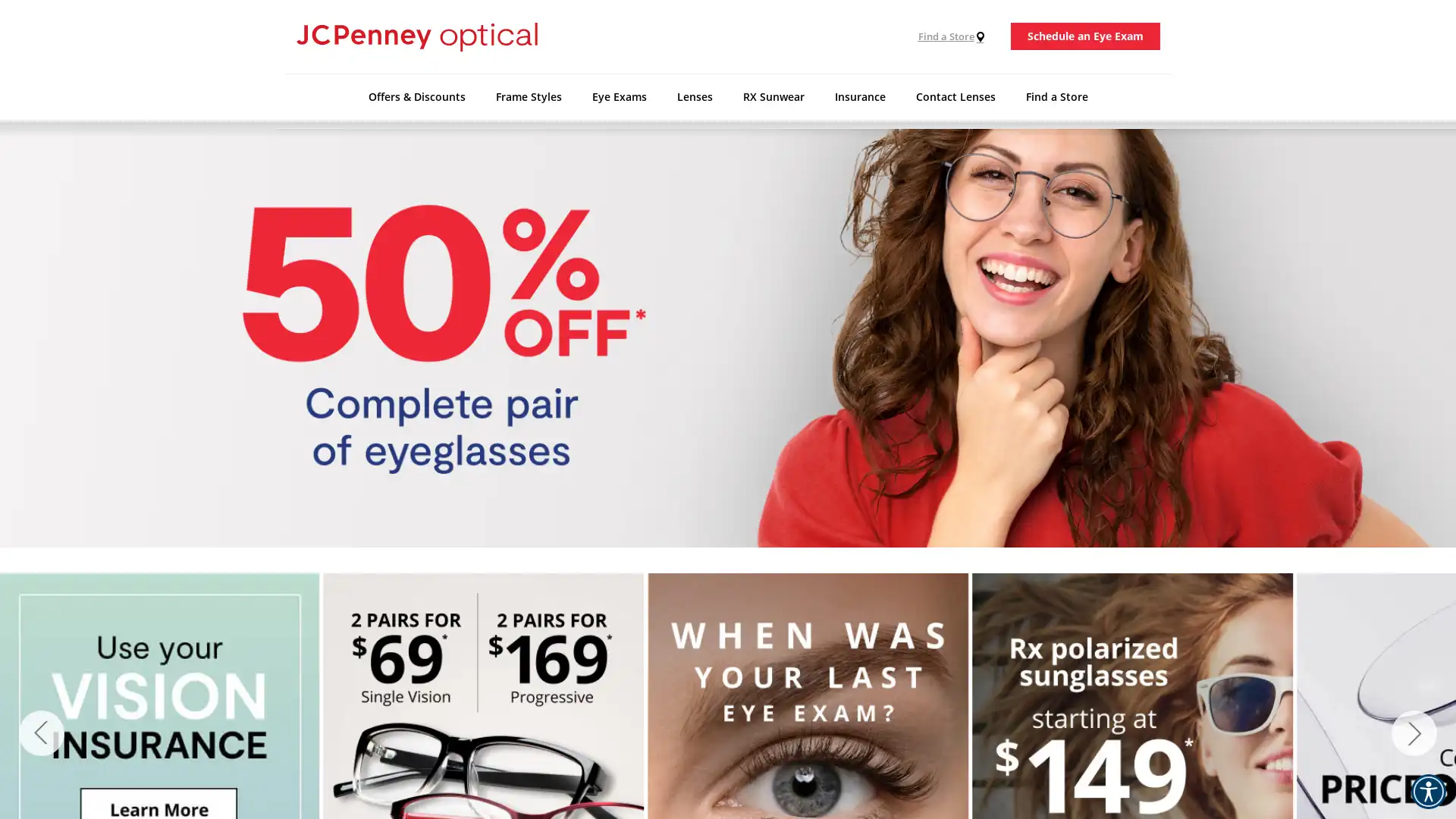 The image size is (1456, 819). Describe the element at coordinates (1084, 35) in the screenshot. I see `Schedule an Eye Exam` at that location.